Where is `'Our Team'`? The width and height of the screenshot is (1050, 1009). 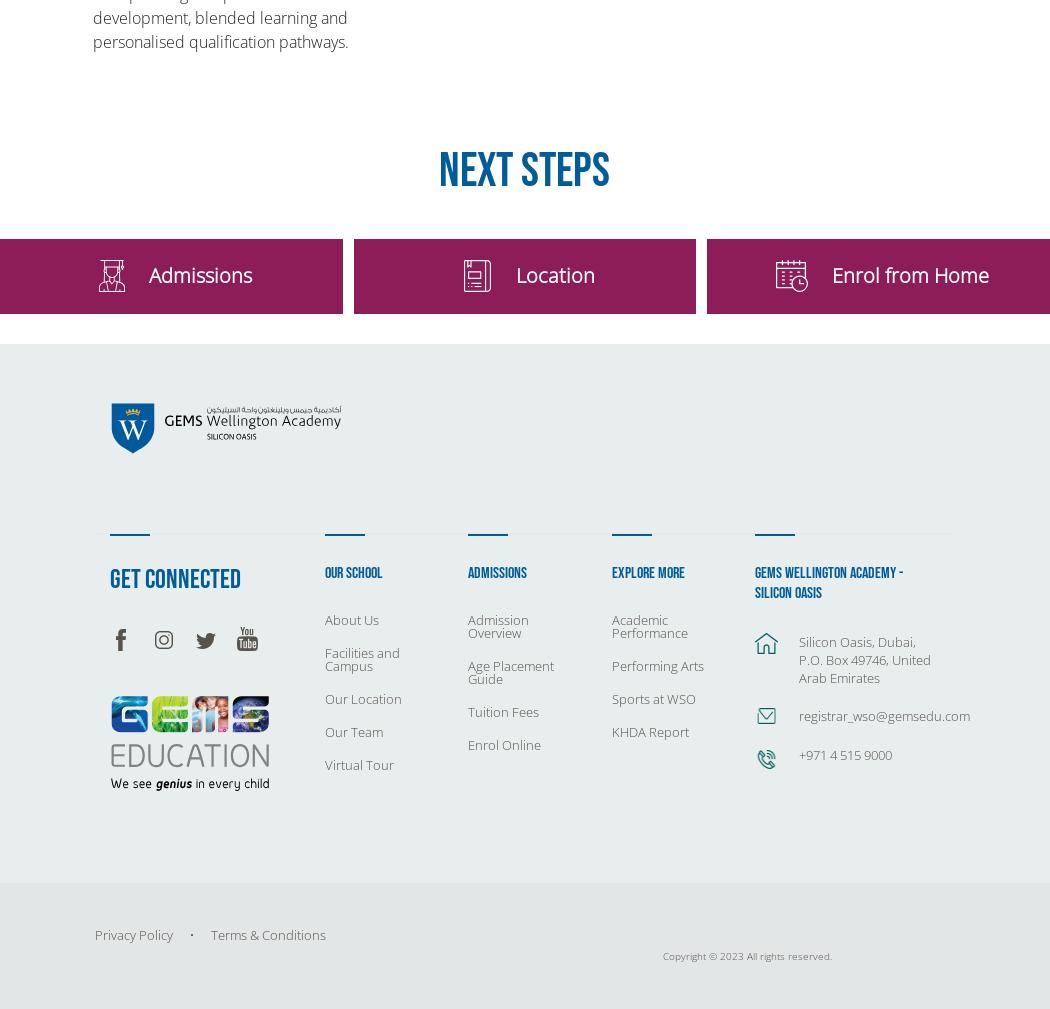
'Our Team' is located at coordinates (352, 731).